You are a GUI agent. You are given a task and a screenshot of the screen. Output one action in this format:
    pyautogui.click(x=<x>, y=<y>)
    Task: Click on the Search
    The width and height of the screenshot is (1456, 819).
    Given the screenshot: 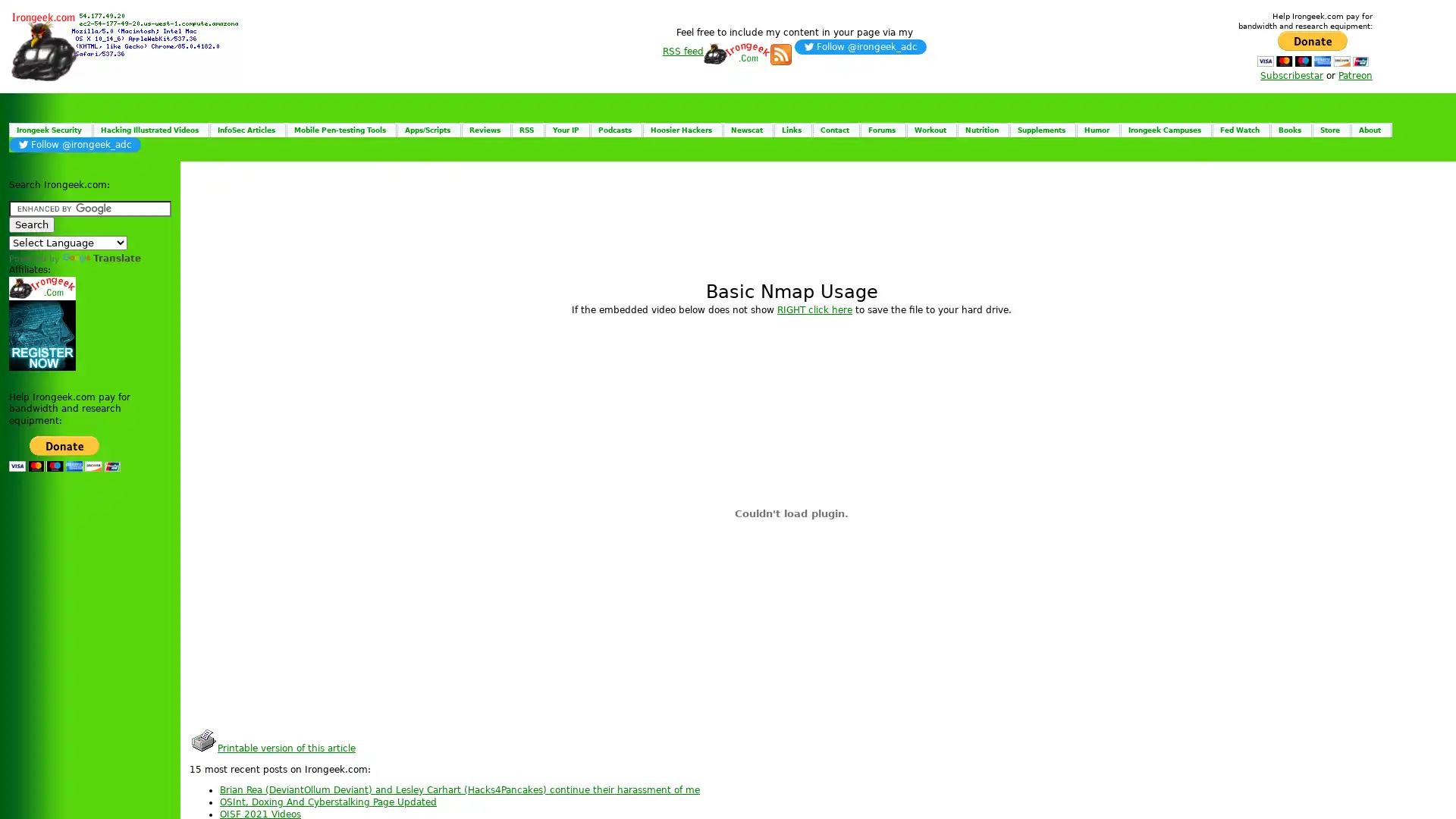 What is the action you would take?
    pyautogui.click(x=32, y=224)
    